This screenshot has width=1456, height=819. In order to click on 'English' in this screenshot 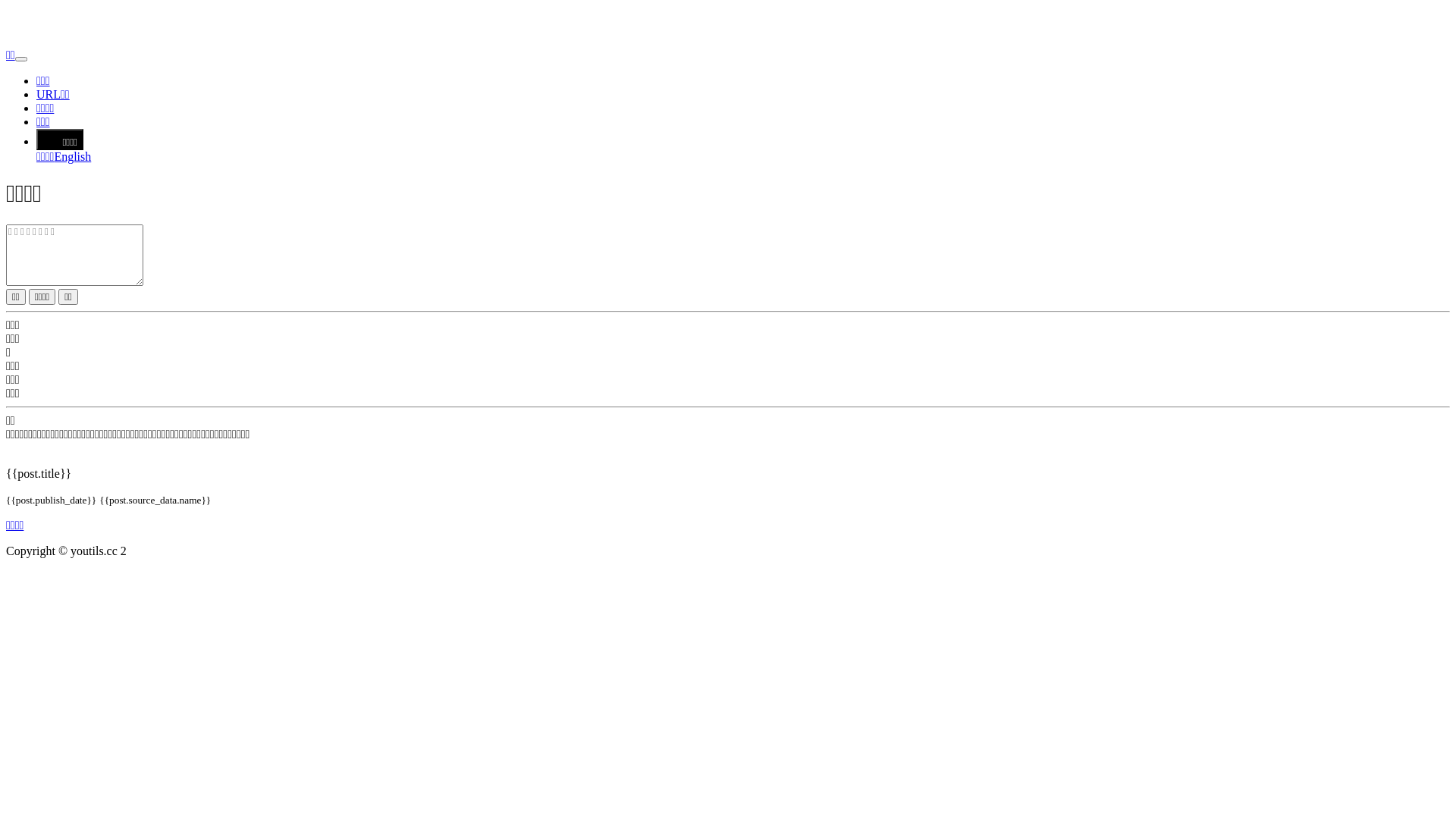, I will do `click(71, 156)`.